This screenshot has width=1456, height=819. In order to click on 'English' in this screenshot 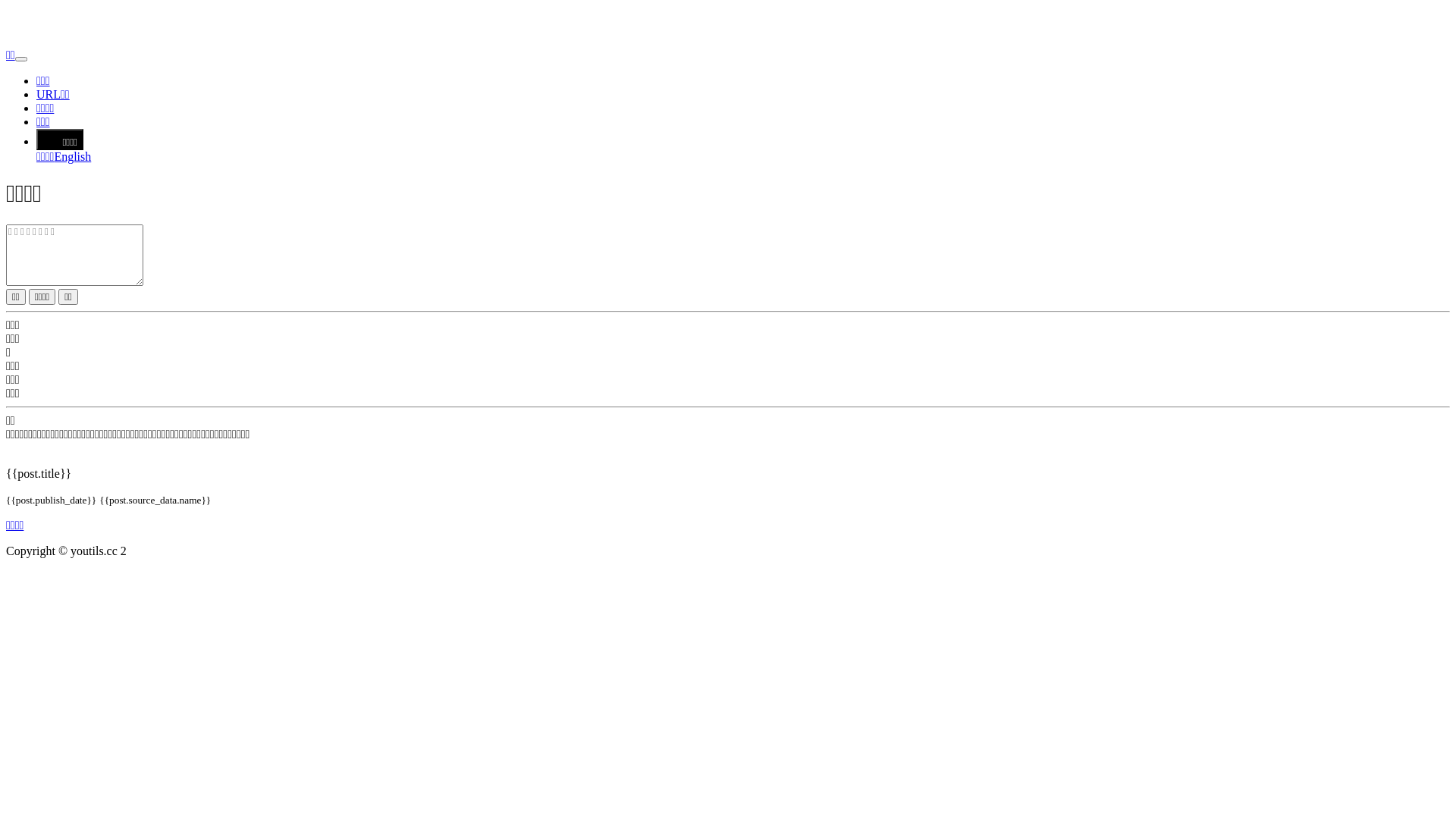, I will do `click(71, 156)`.